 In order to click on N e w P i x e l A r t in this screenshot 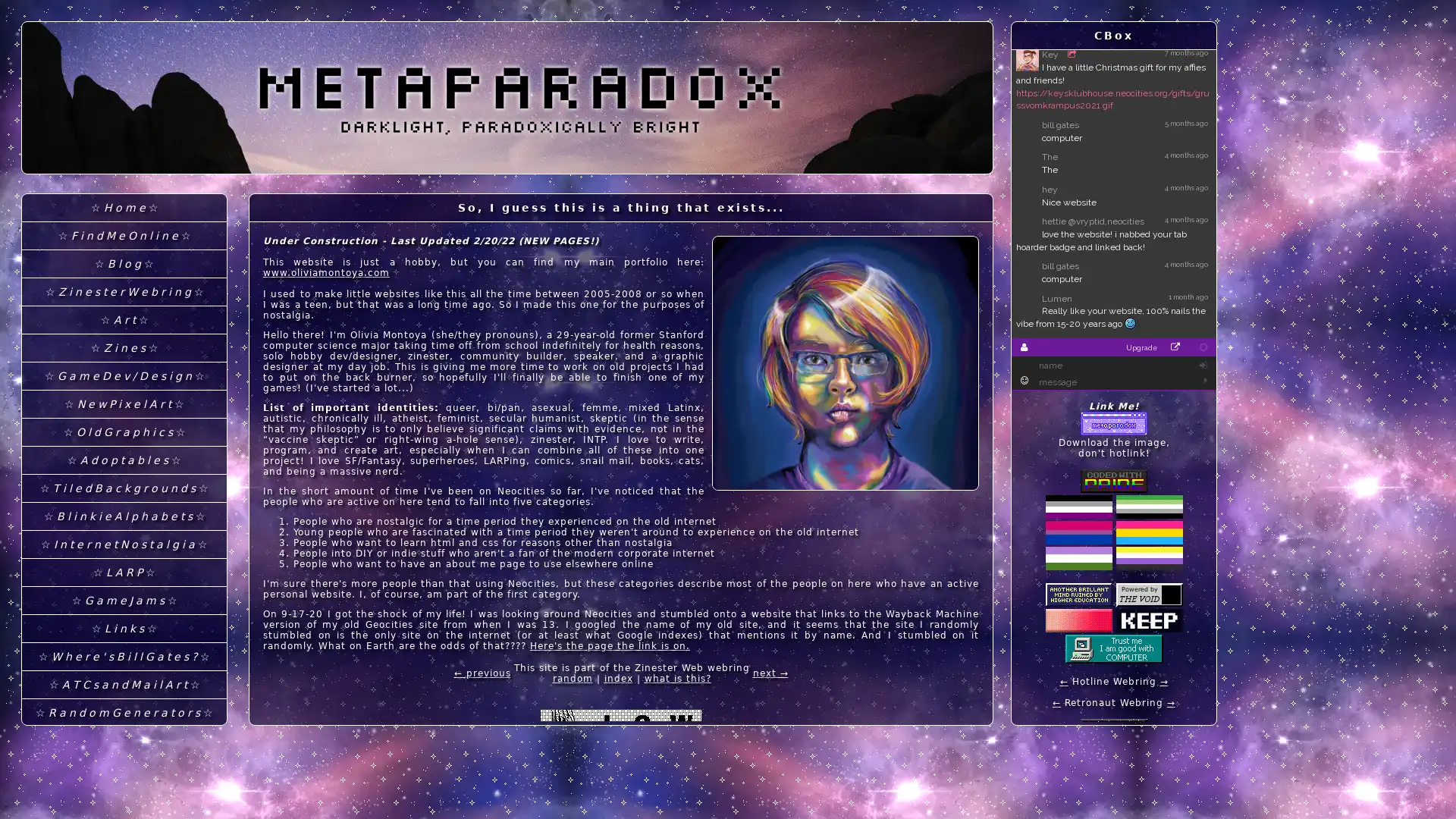, I will do `click(124, 403)`.